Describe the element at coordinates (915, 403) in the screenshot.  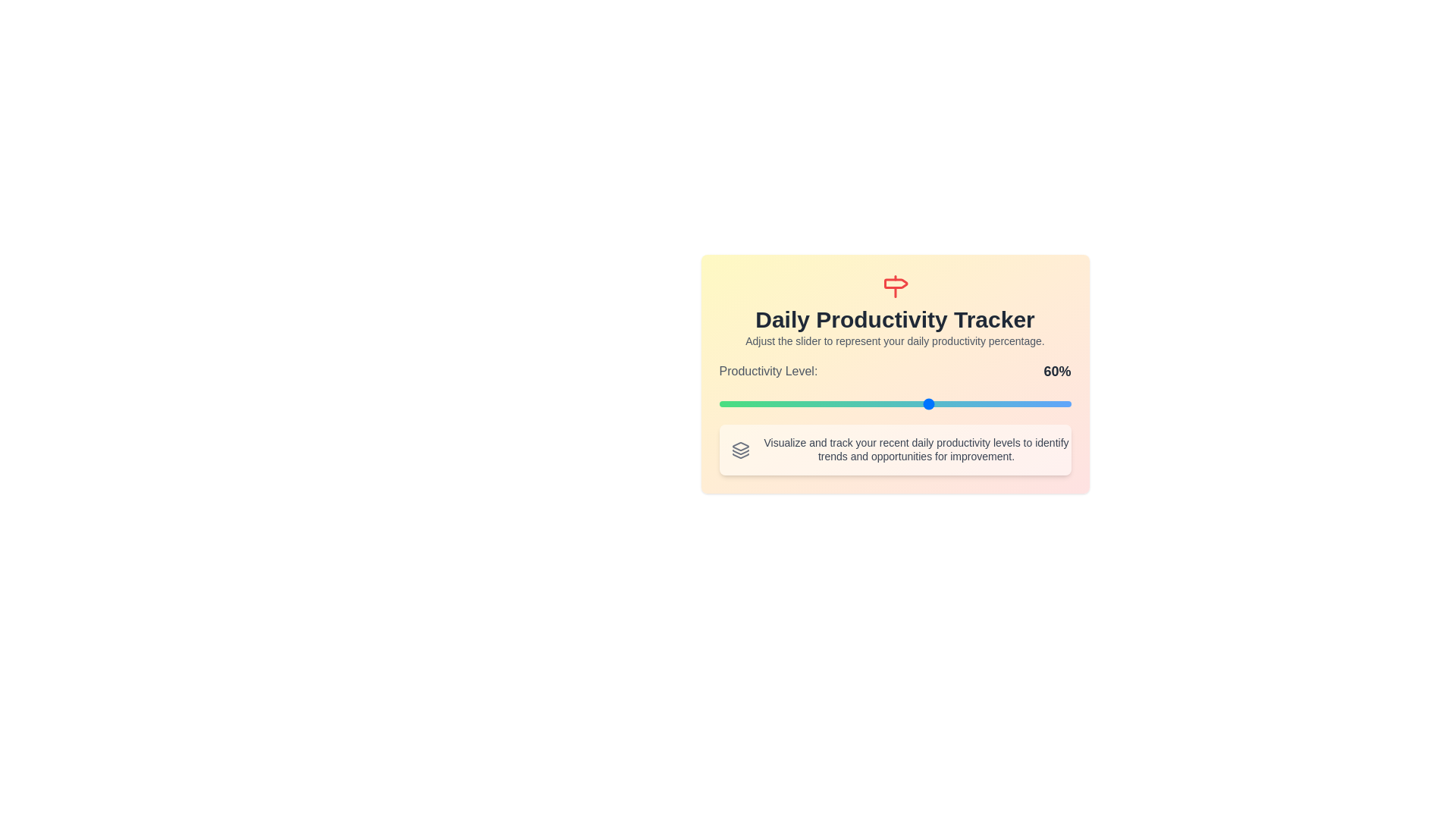
I see `the slider to set the productivity level to 56%` at that location.